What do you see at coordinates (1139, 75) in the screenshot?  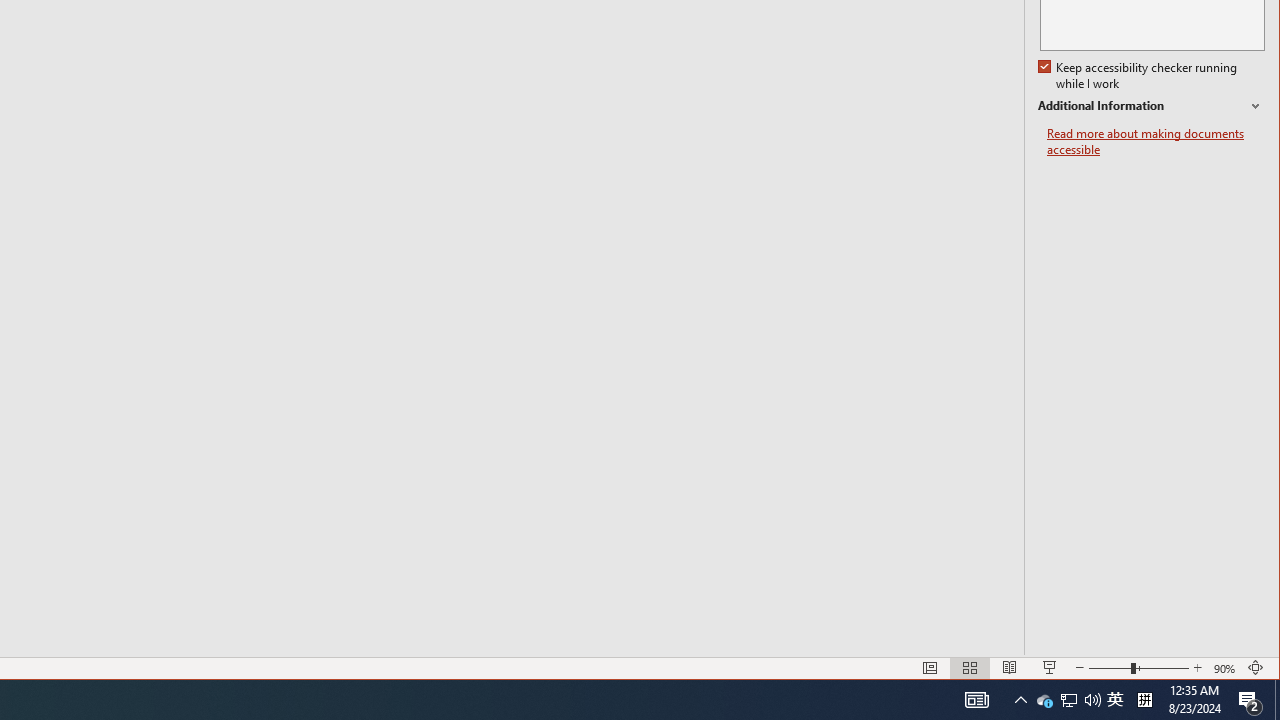 I see `'Keep accessibility checker running while I work'` at bounding box center [1139, 75].